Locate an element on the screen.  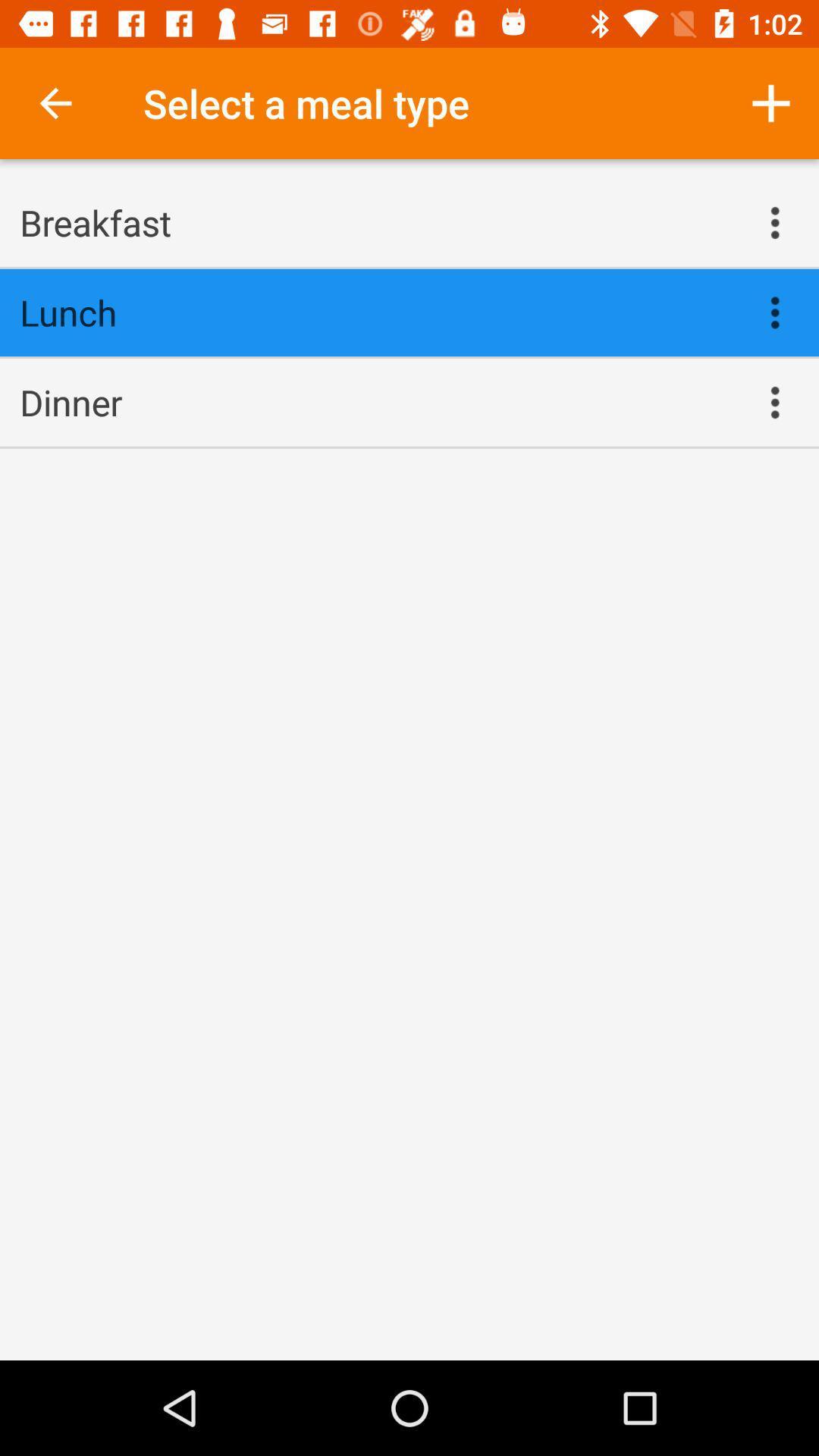
dinner is located at coordinates (375, 402).